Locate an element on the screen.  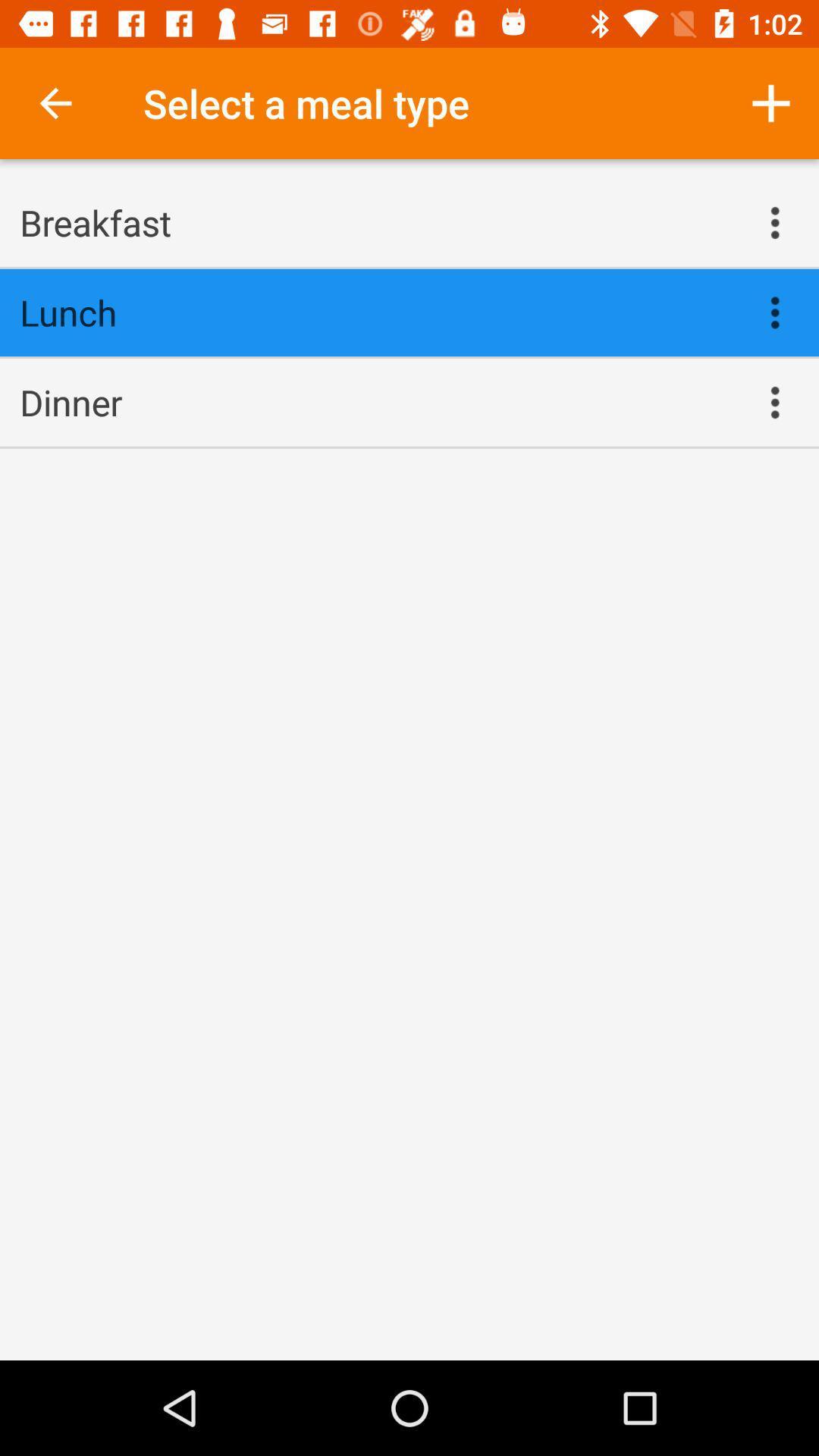
dinner is located at coordinates (375, 402).